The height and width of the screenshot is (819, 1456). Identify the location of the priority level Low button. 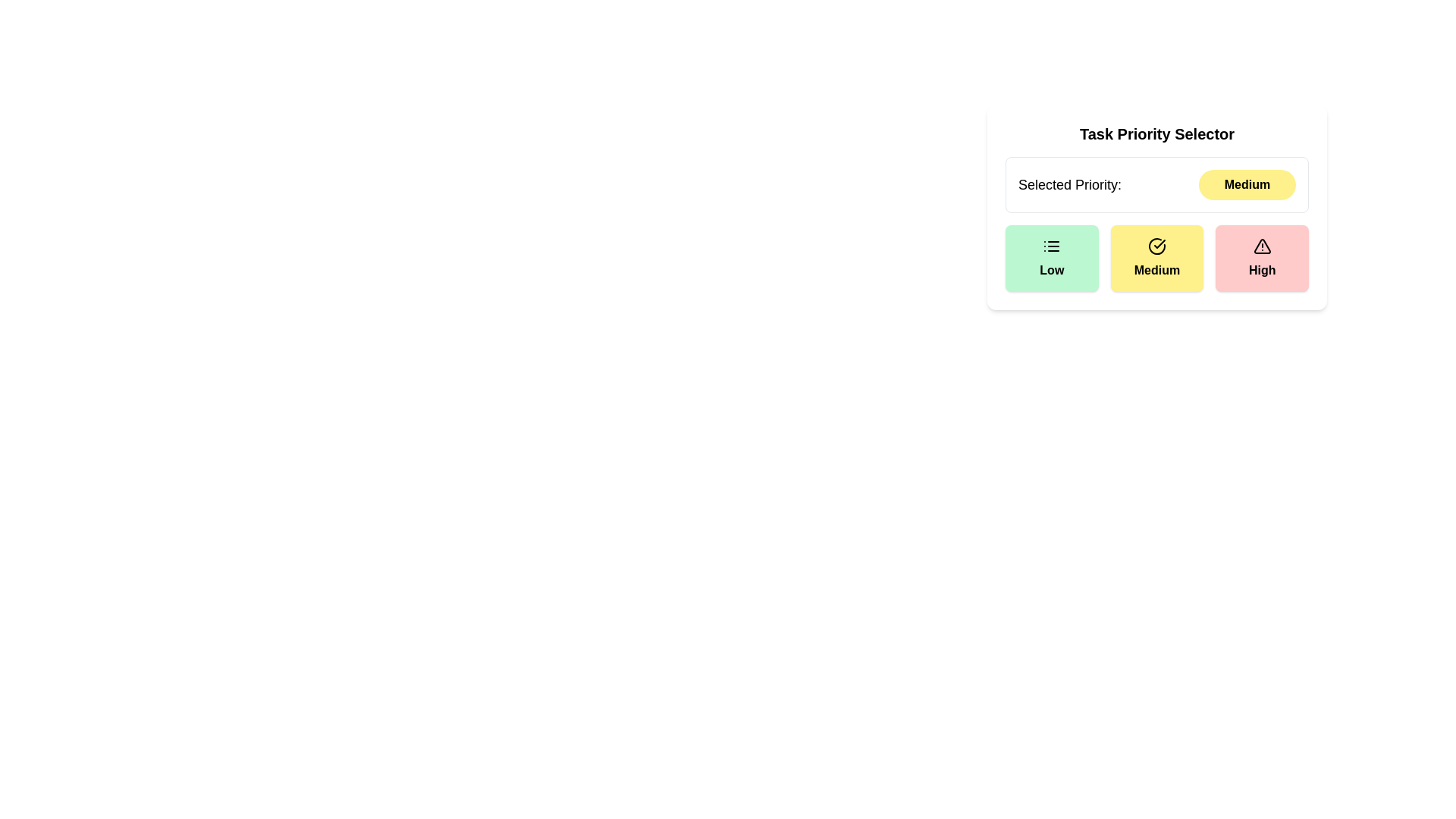
(1051, 257).